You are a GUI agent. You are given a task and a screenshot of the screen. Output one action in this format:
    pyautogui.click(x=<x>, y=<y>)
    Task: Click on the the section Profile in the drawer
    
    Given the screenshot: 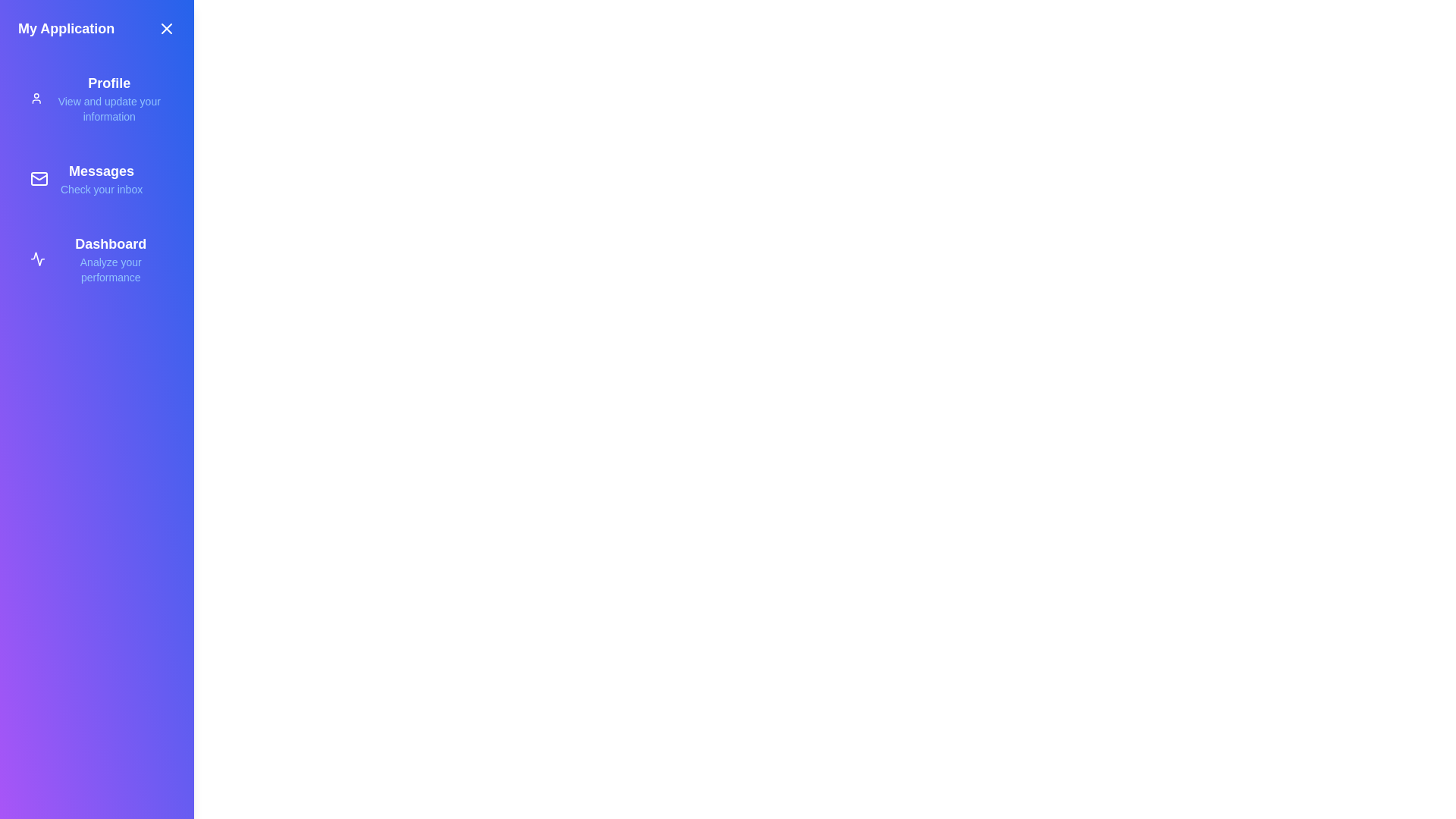 What is the action you would take?
    pyautogui.click(x=96, y=99)
    